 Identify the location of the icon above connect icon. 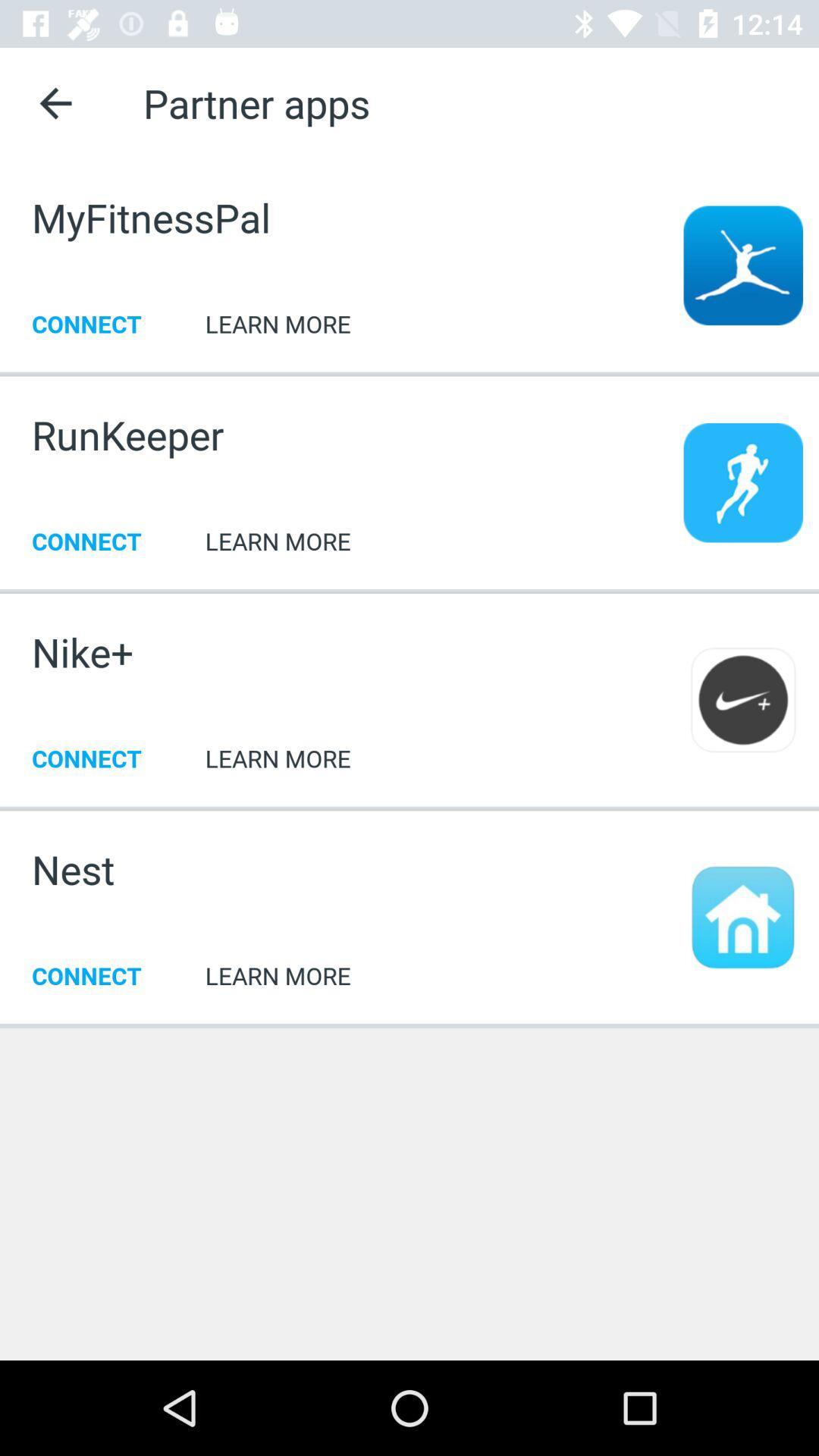
(83, 651).